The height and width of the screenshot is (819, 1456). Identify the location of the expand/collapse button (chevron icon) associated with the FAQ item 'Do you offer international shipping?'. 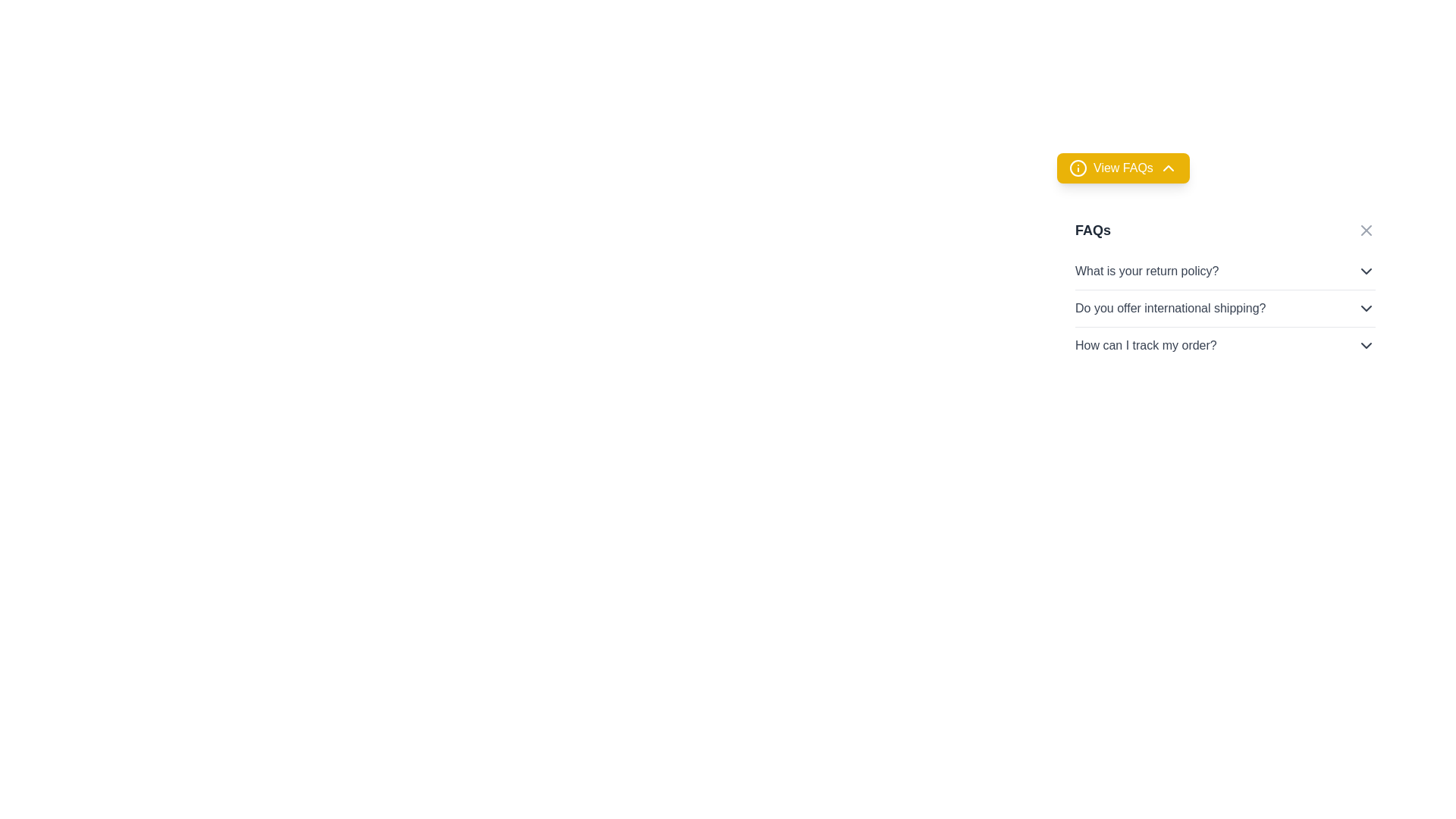
(1366, 308).